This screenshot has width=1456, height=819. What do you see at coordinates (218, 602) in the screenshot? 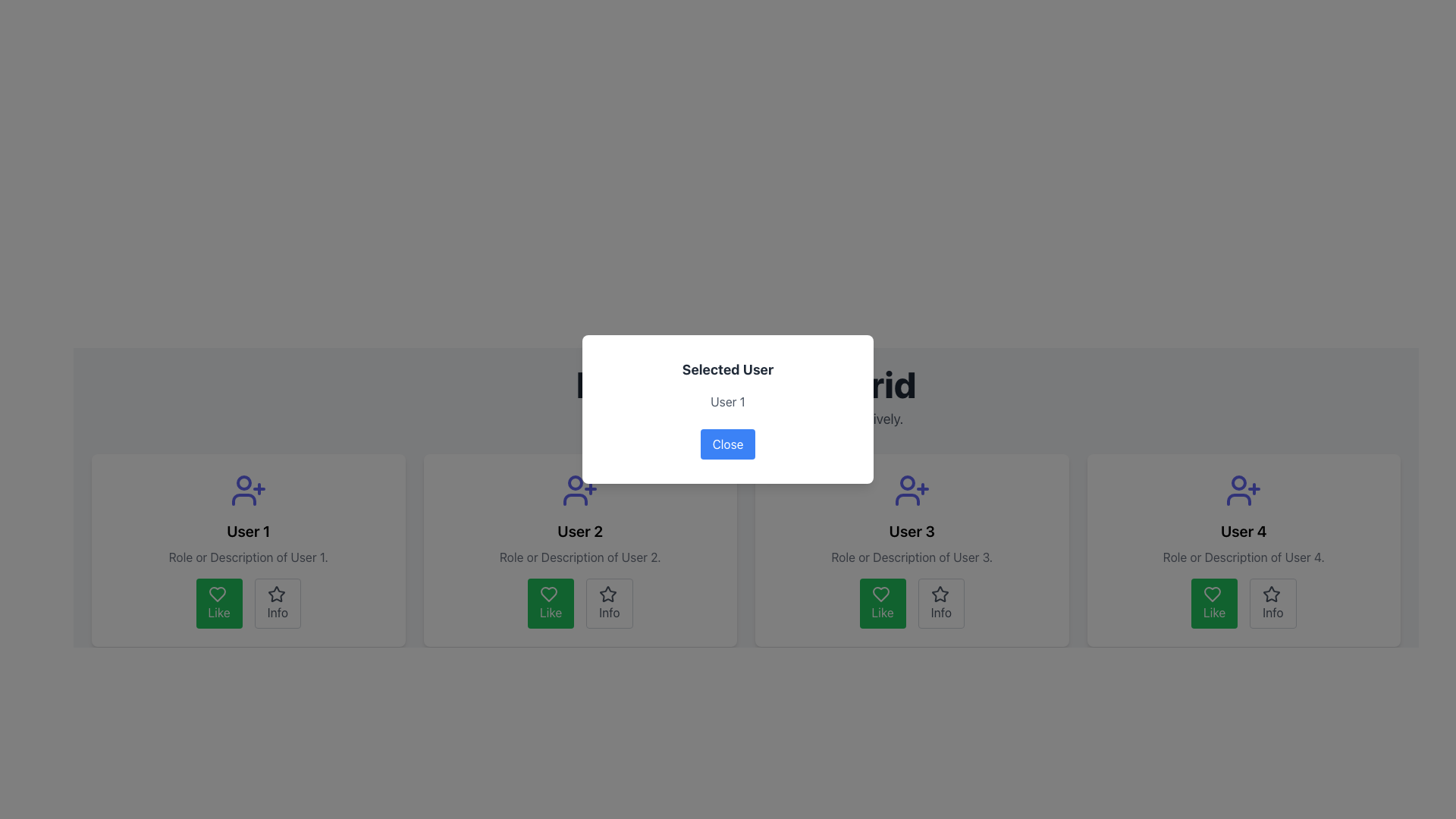
I see `the 'Like' button associated with 'User 1' to express liking for the item` at bounding box center [218, 602].